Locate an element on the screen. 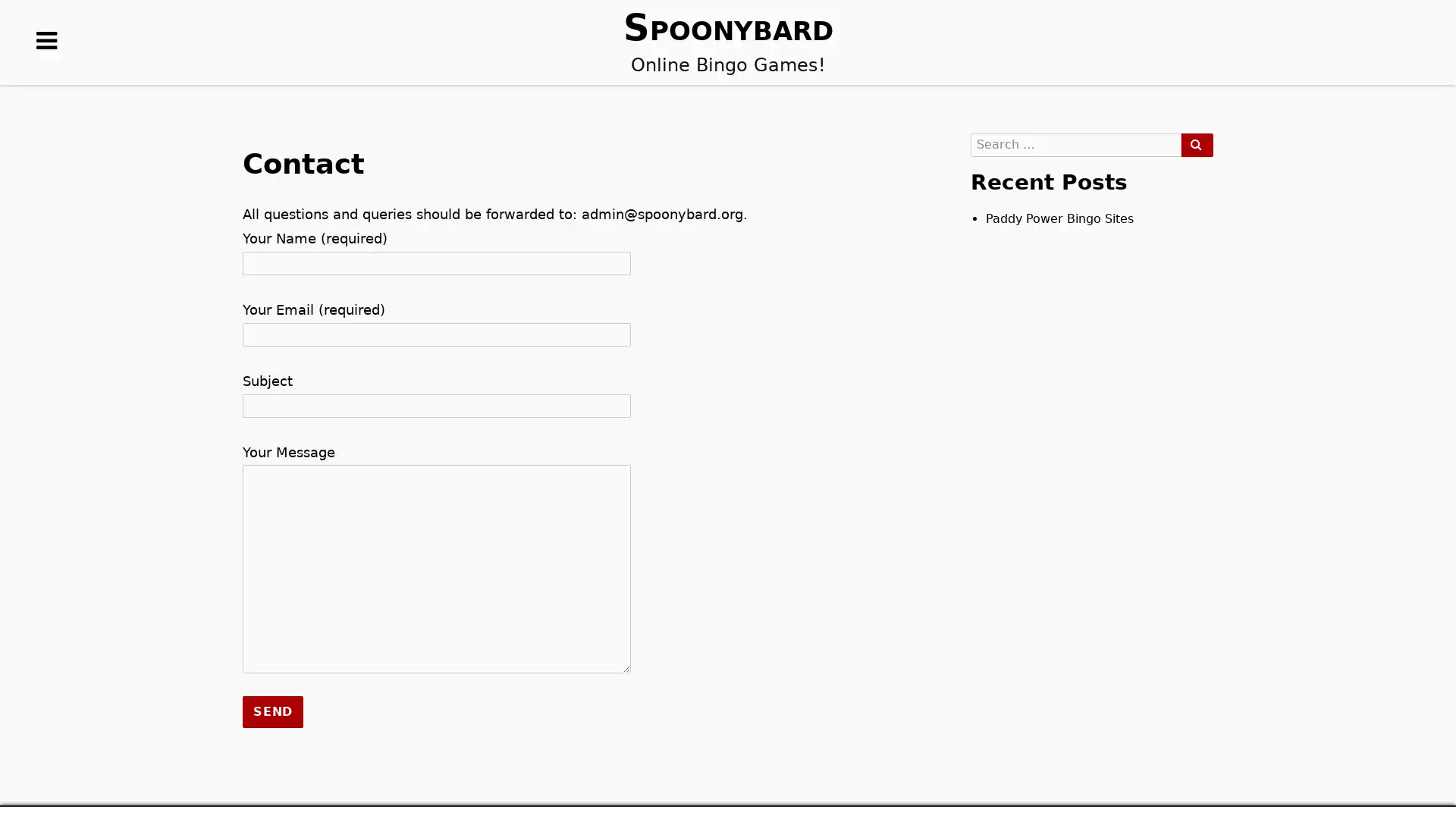 The width and height of the screenshot is (1456, 819). MENUS is located at coordinates (47, 64).